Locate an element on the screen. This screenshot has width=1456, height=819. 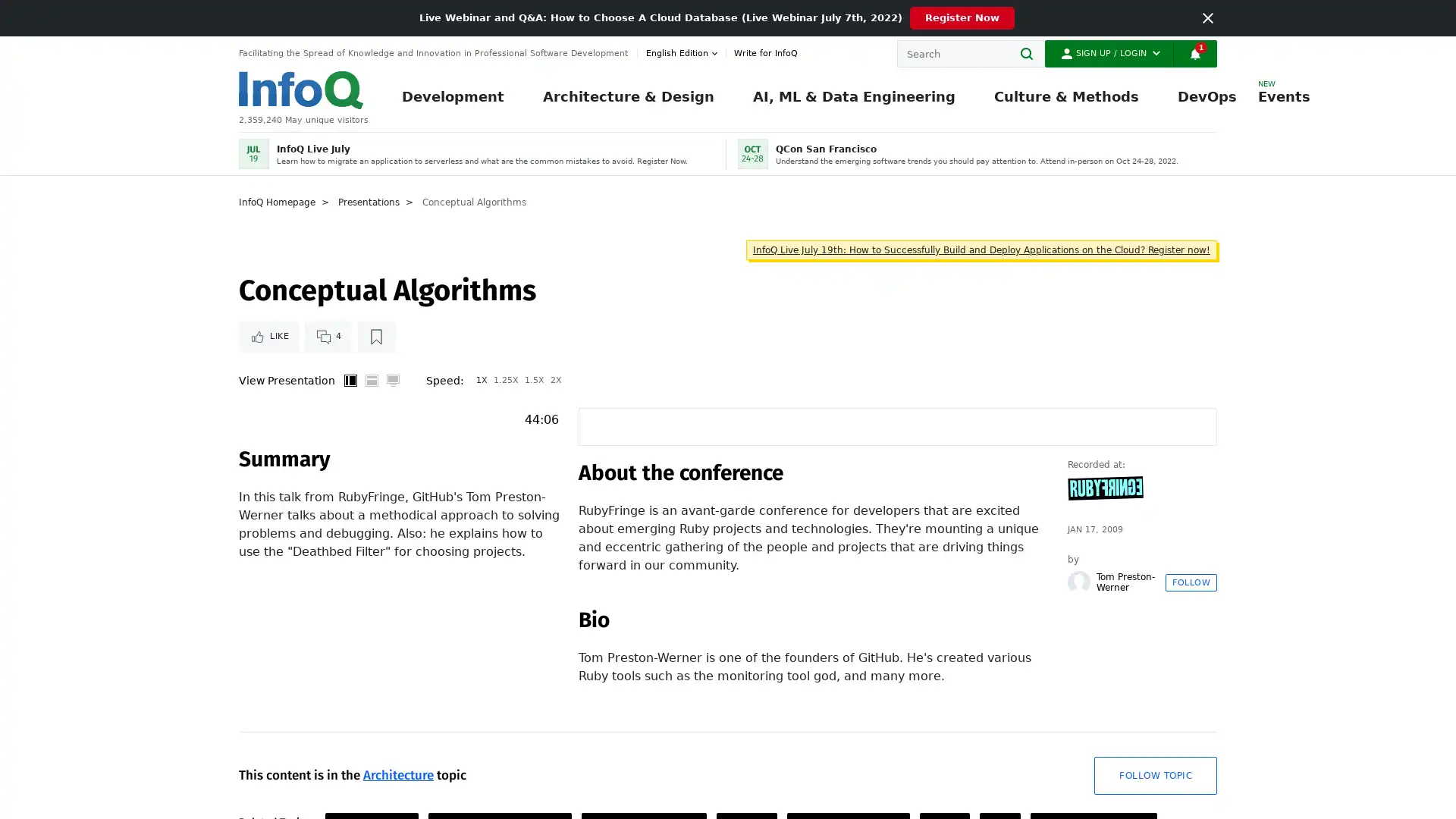
Sign Up / Login is located at coordinates (1109, 52).